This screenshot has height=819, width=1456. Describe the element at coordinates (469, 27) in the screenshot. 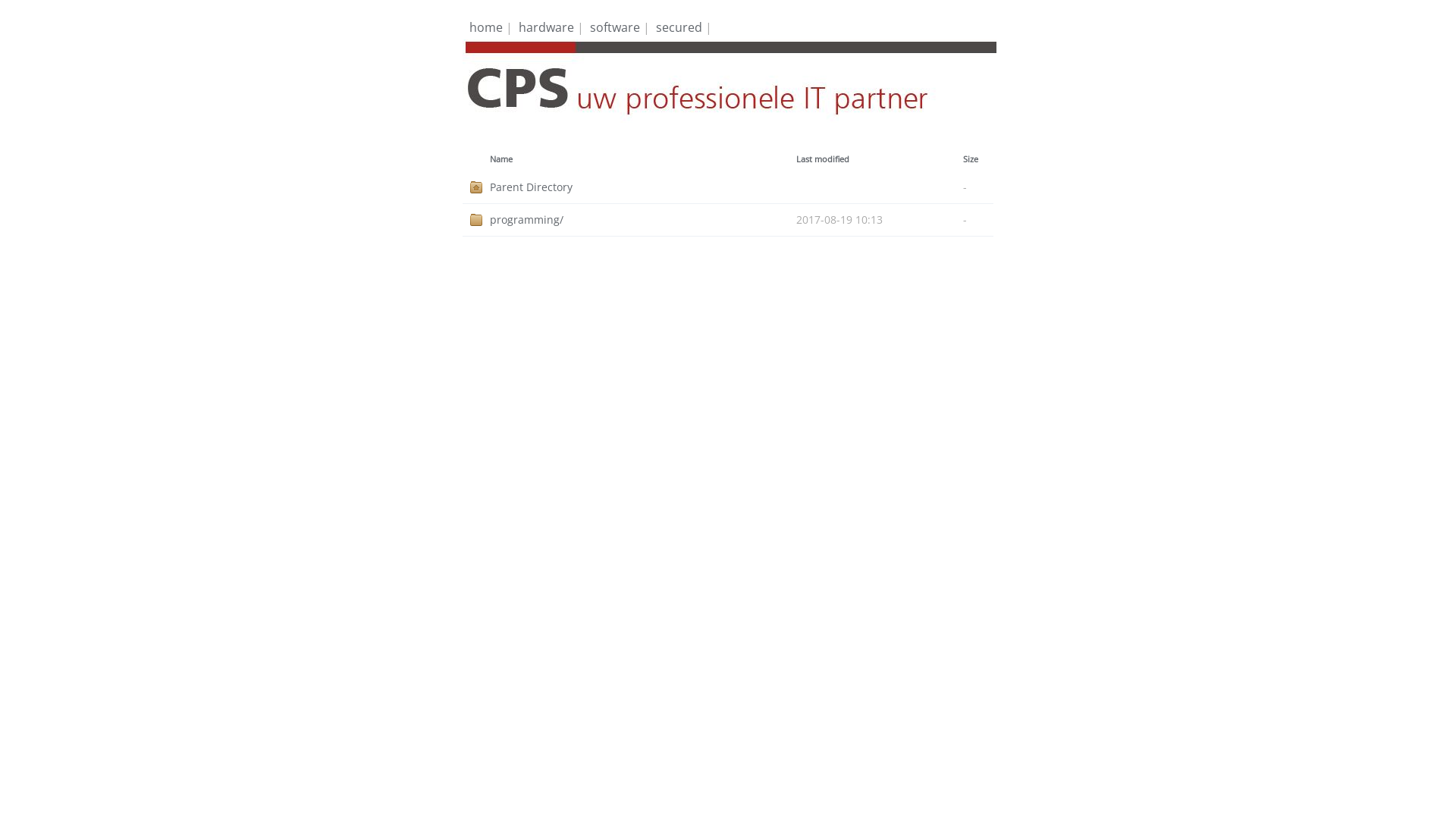

I see `'home'` at that location.